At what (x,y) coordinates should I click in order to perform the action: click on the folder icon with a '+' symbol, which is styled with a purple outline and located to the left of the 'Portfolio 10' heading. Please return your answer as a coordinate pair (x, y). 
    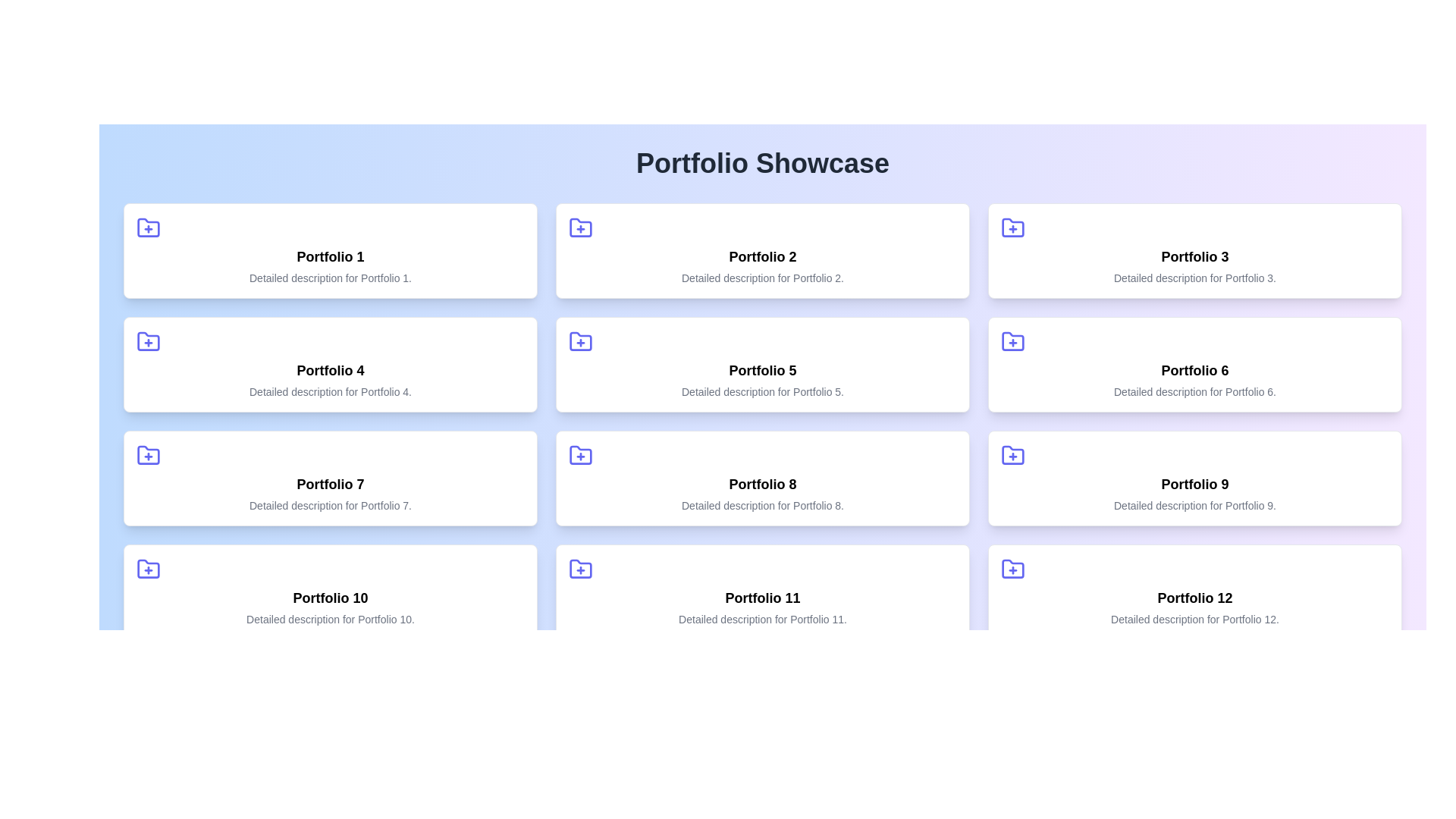
    Looking at the image, I should click on (149, 568).